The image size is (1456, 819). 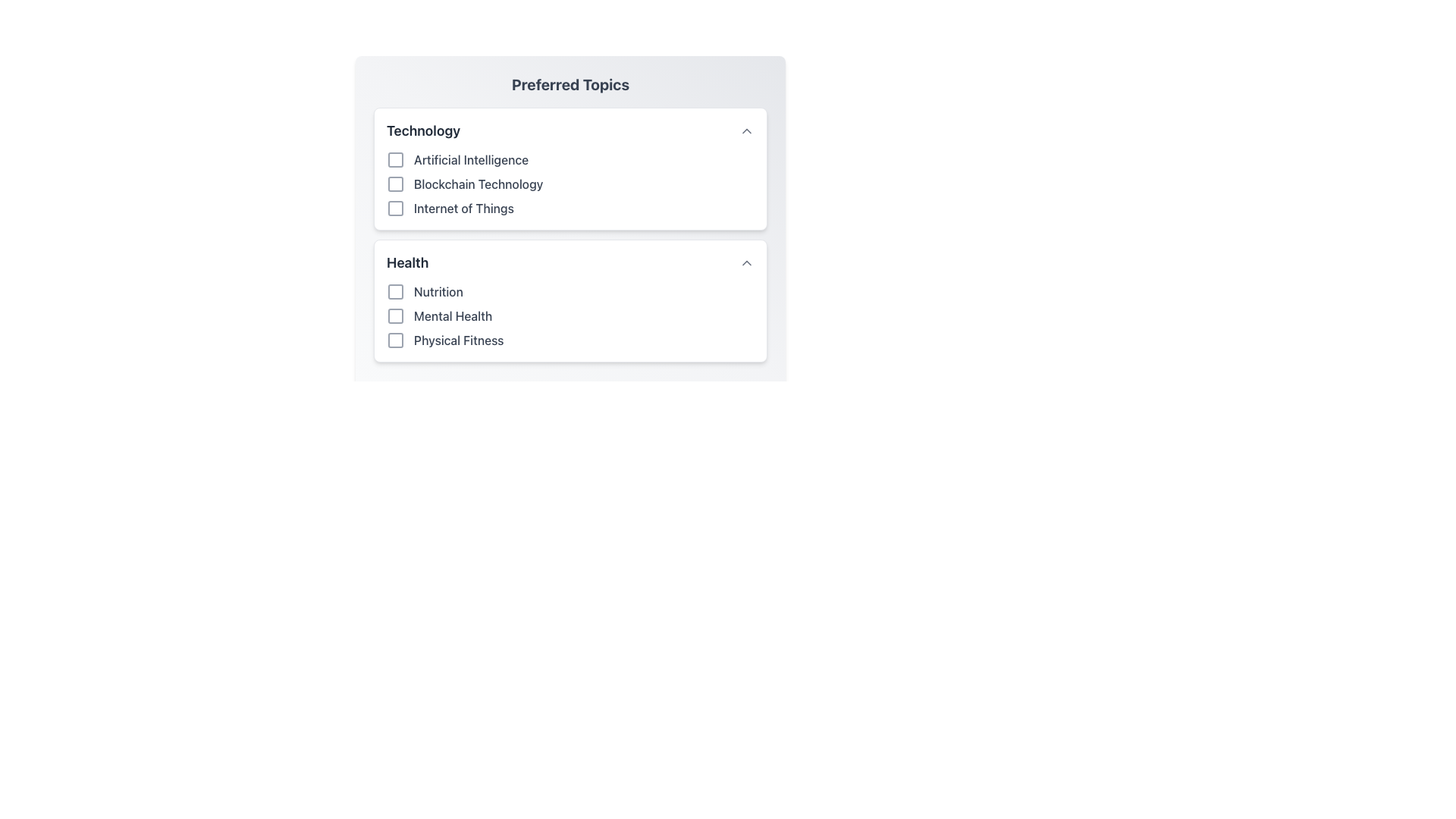 I want to click on the checkbox for the 'Nutrition' topic in the 'Health' section, so click(x=396, y=292).